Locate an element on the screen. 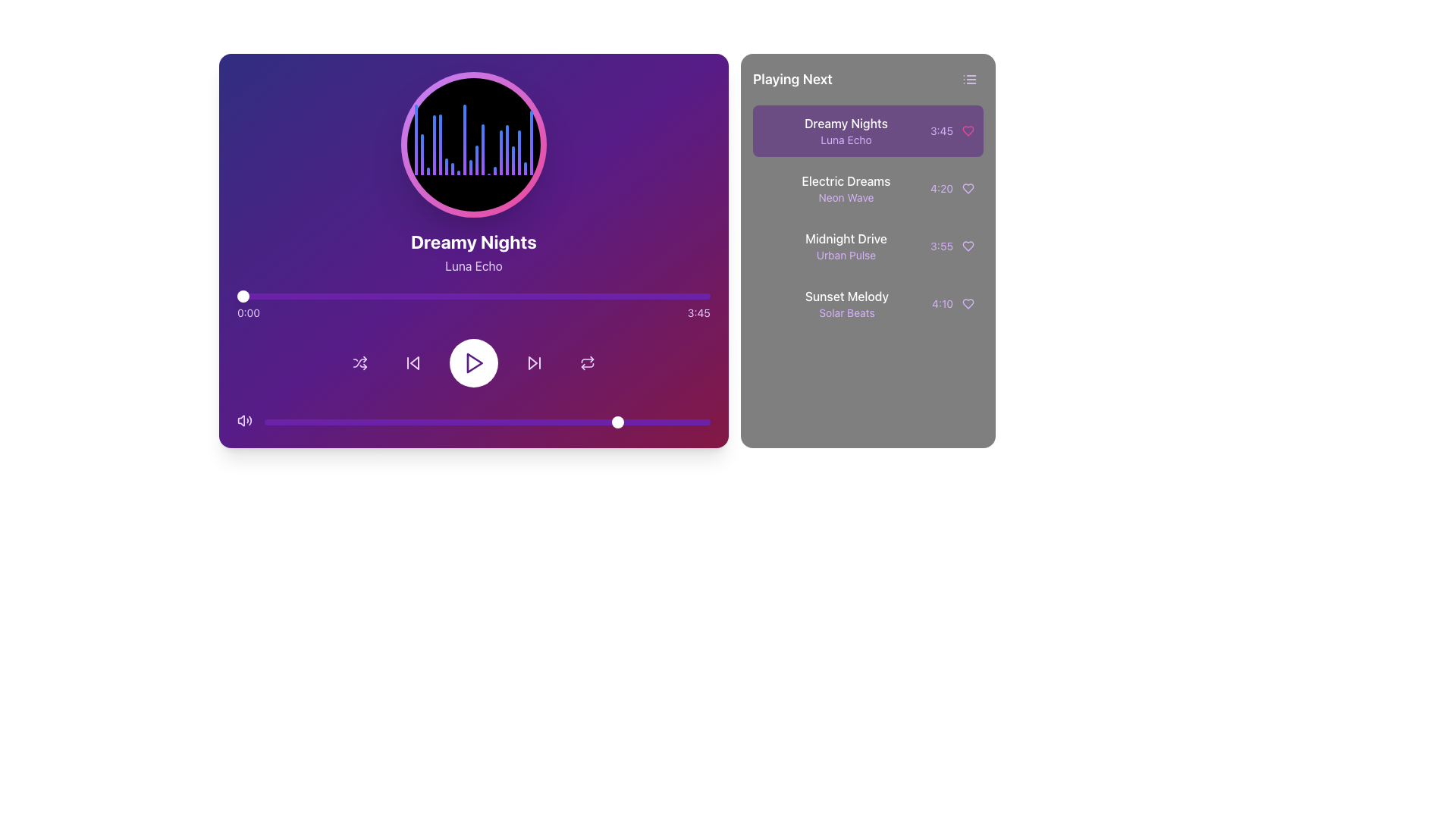 The width and height of the screenshot is (1456, 819). the leftward pointing red arrow button in the audio control section is located at coordinates (415, 362).